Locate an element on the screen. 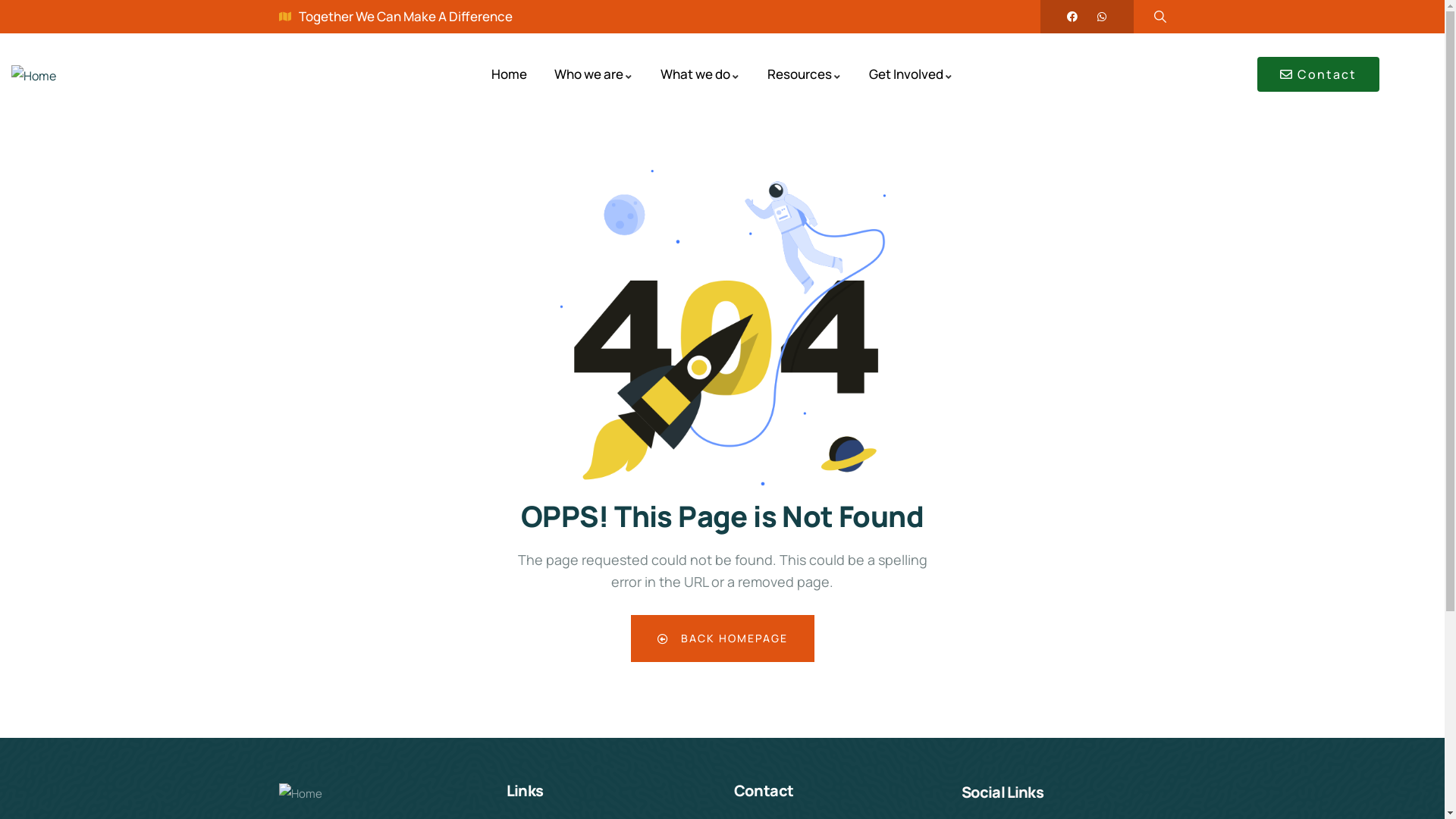 The width and height of the screenshot is (1456, 819). 'Home' is located at coordinates (509, 74).